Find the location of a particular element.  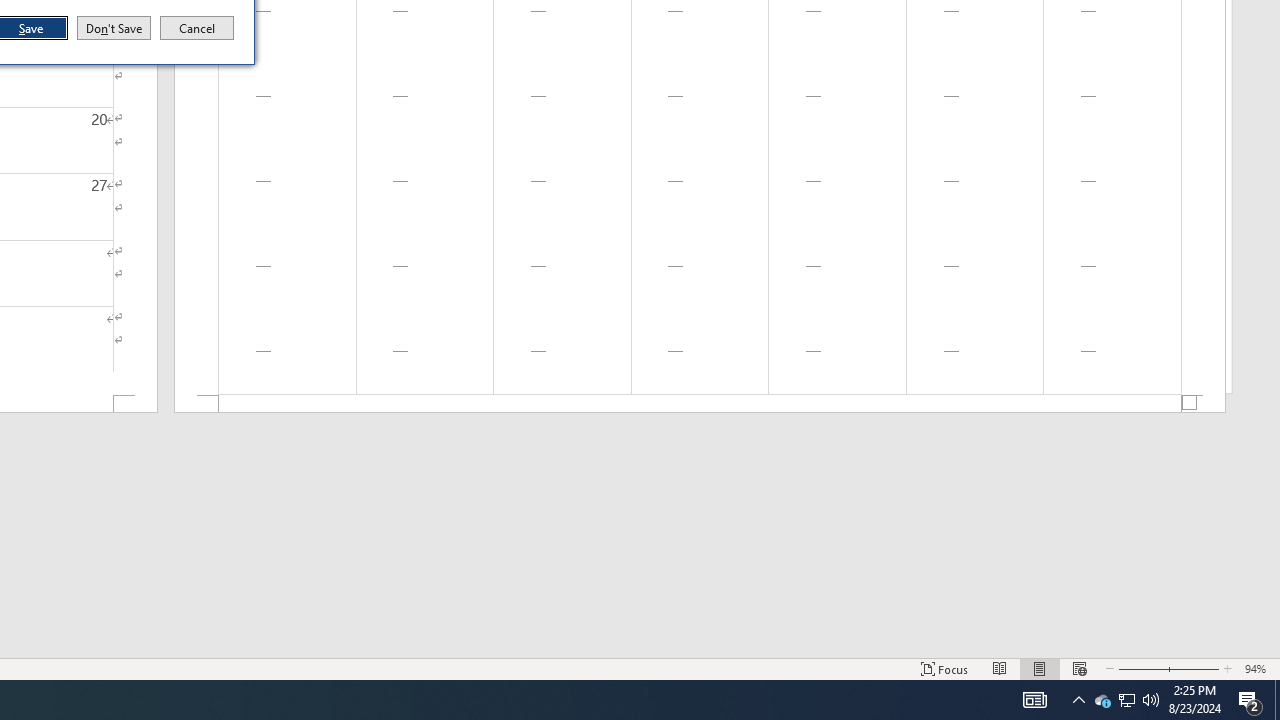

'Q2790: 100%' is located at coordinates (1127, 698).